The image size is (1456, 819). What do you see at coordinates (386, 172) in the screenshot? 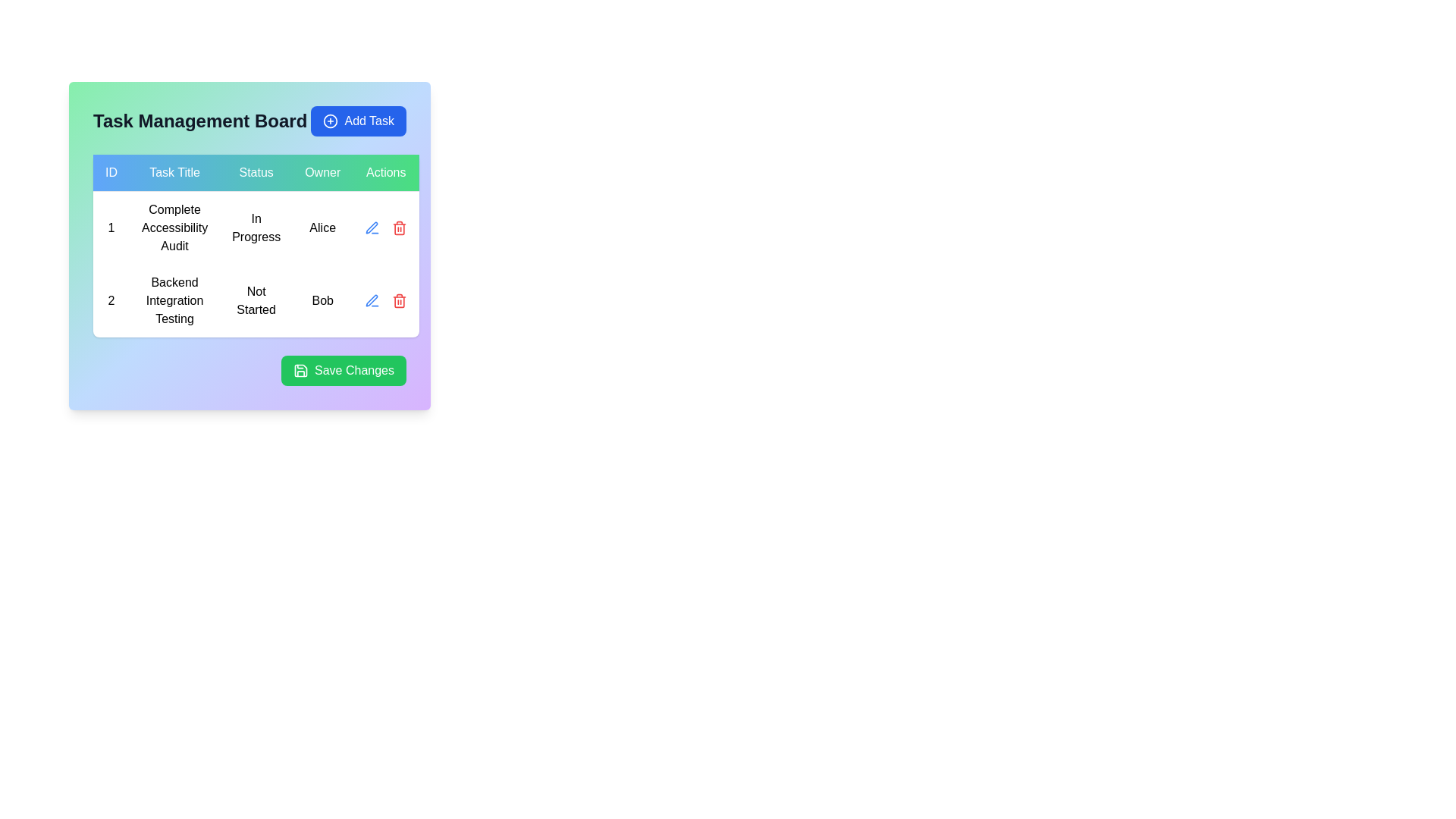
I see `the 'Actions' text label located in the header row of the table, which is the fifth item and is aligned to the right next to the 'Owner' column heading` at bounding box center [386, 172].